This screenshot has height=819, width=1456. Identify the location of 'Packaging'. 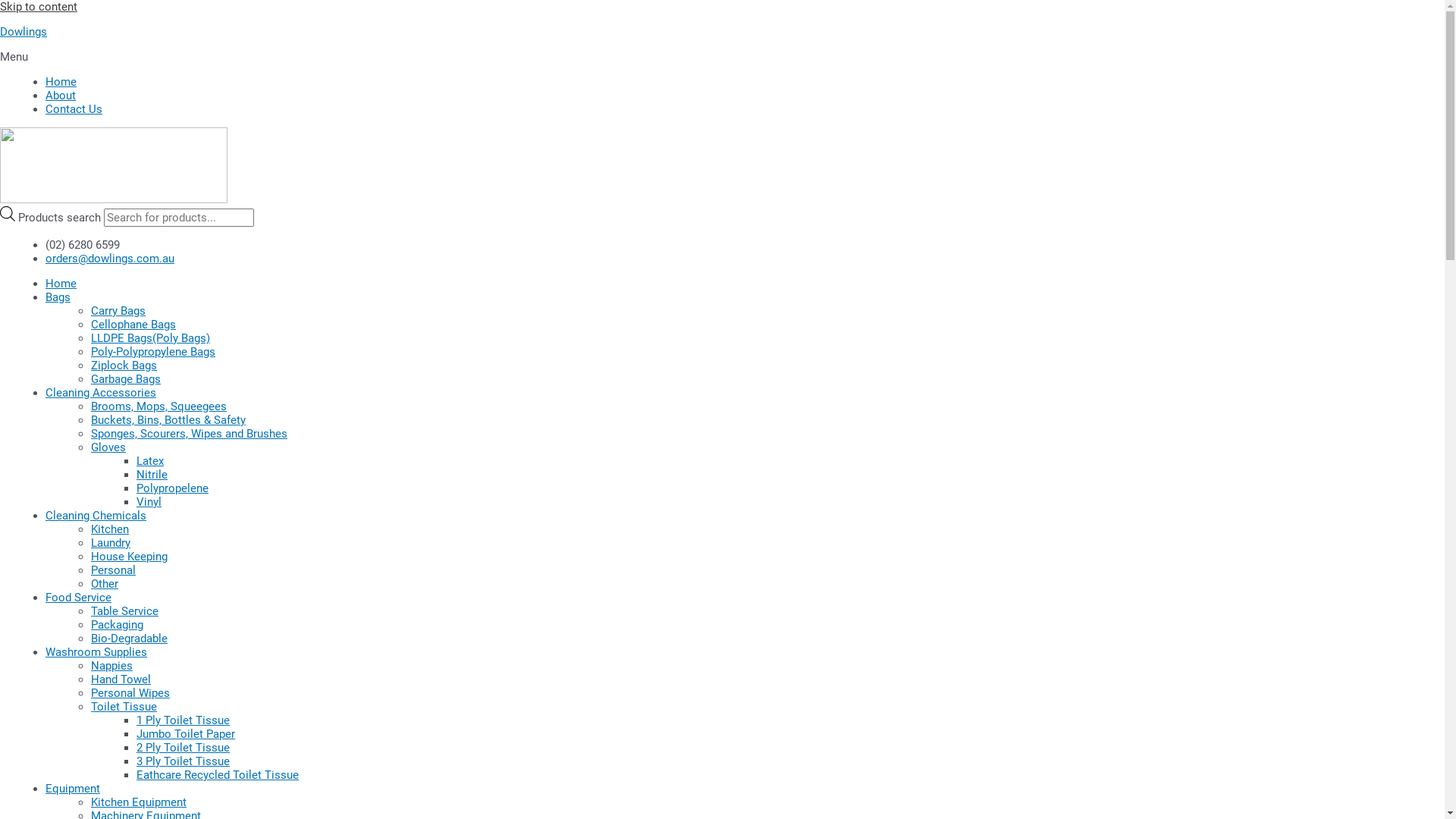
(116, 625).